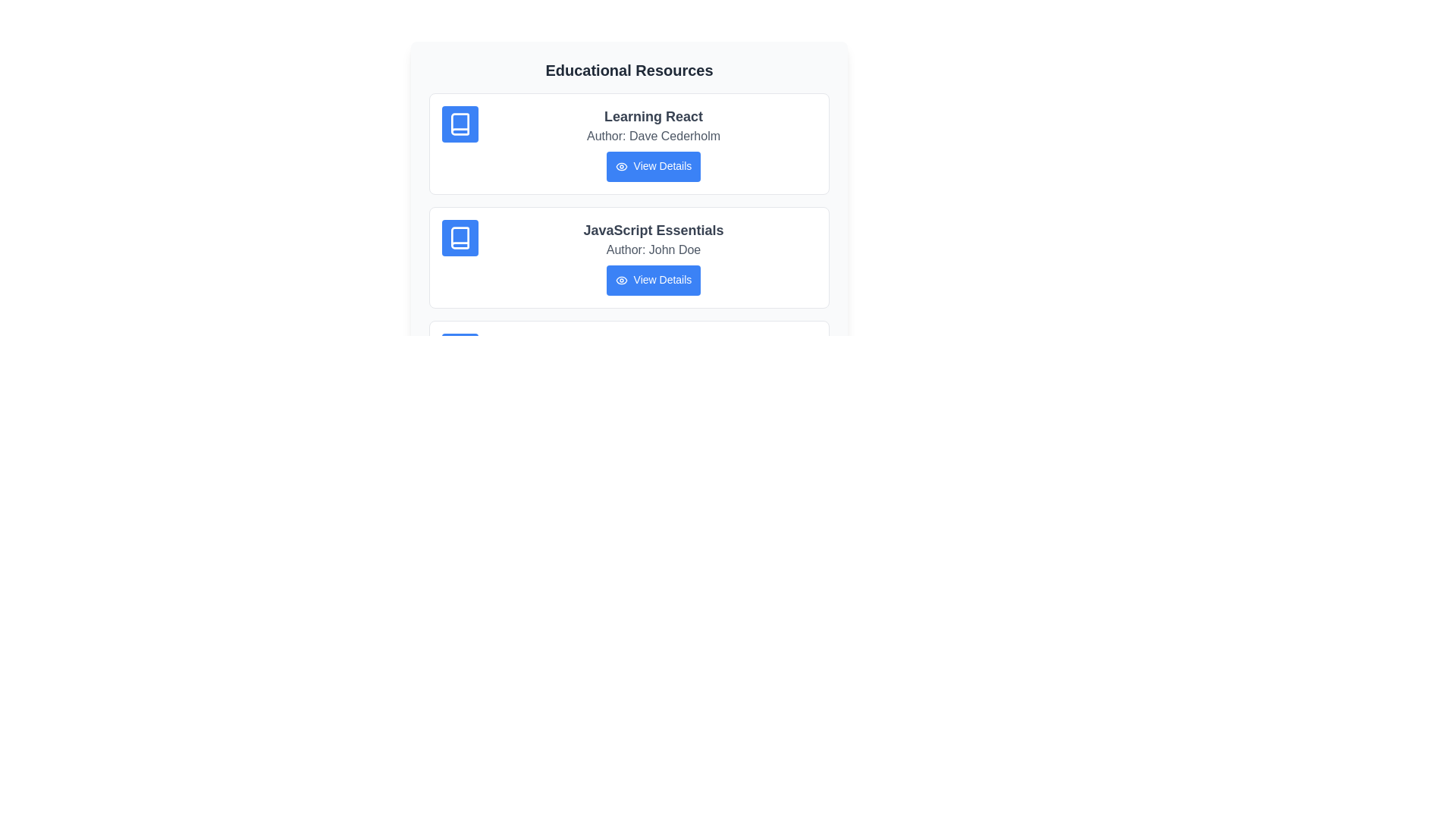 This screenshot has width=1456, height=819. What do you see at coordinates (459, 124) in the screenshot?
I see `the icon associated with the resource Learning React` at bounding box center [459, 124].